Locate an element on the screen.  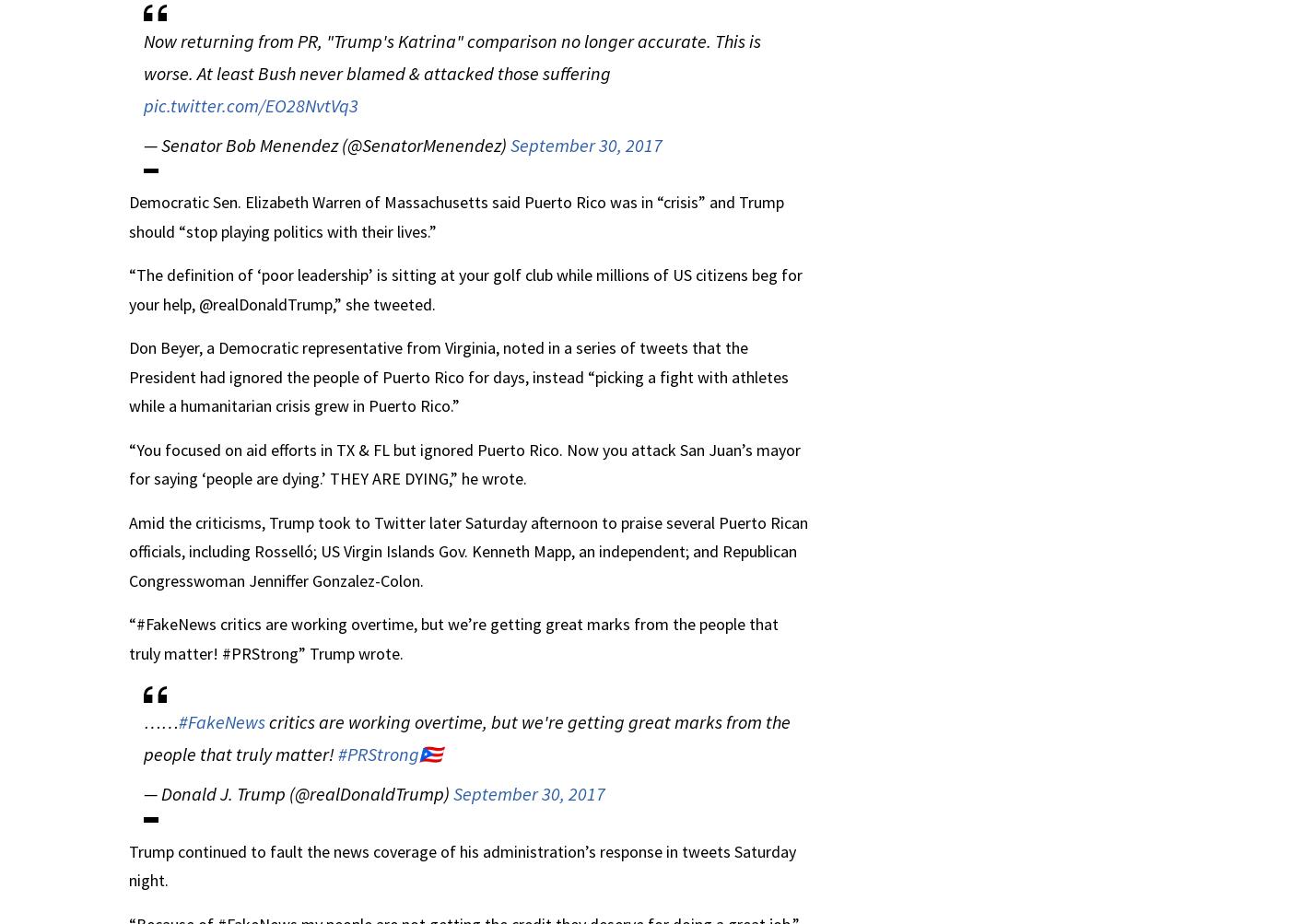
'— Donald J. Trump (@realDonaldTrump)' is located at coordinates (298, 793).